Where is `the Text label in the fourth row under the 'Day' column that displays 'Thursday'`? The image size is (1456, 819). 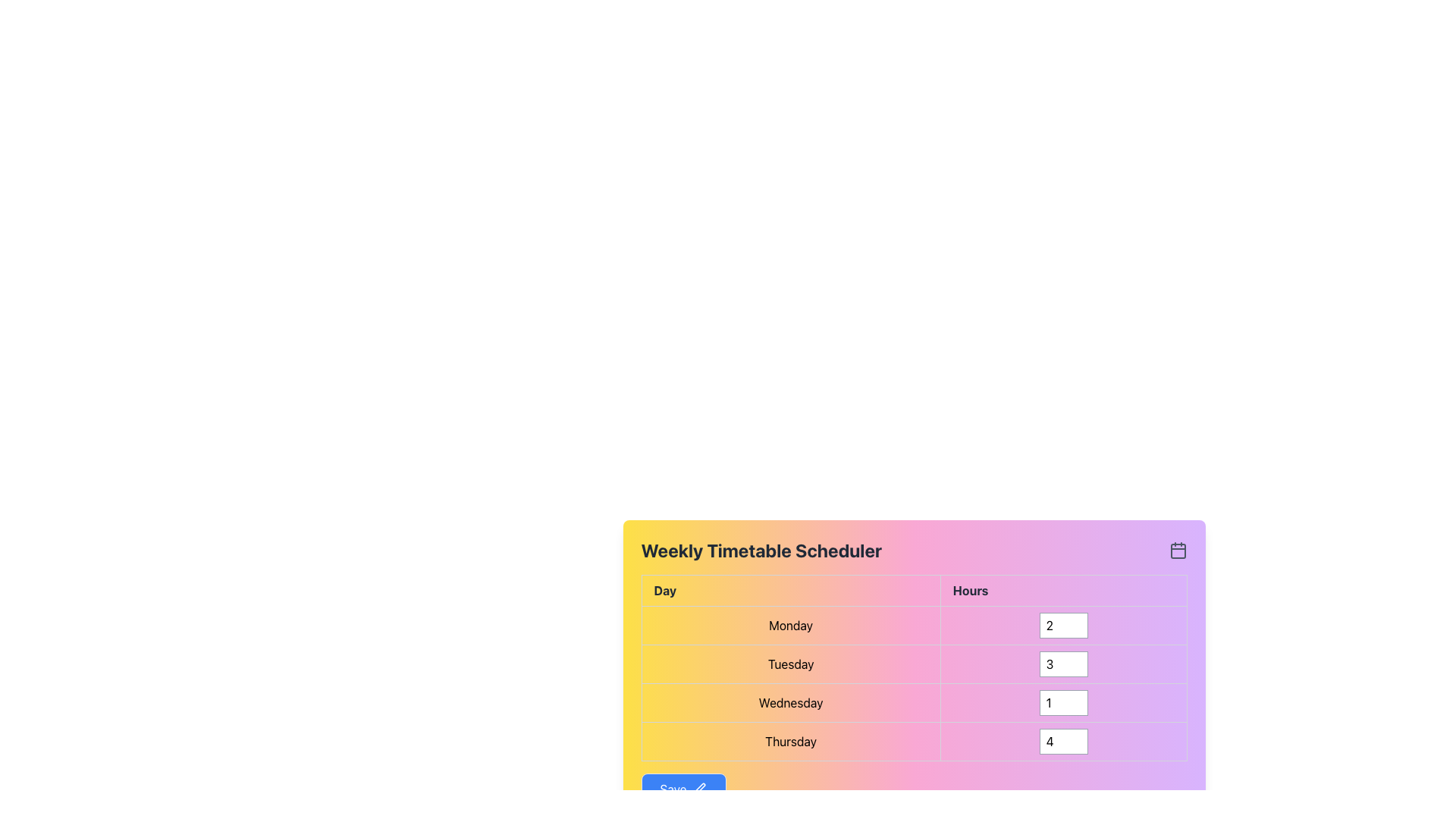 the Text label in the fourth row under the 'Day' column that displays 'Thursday' is located at coordinates (790, 741).